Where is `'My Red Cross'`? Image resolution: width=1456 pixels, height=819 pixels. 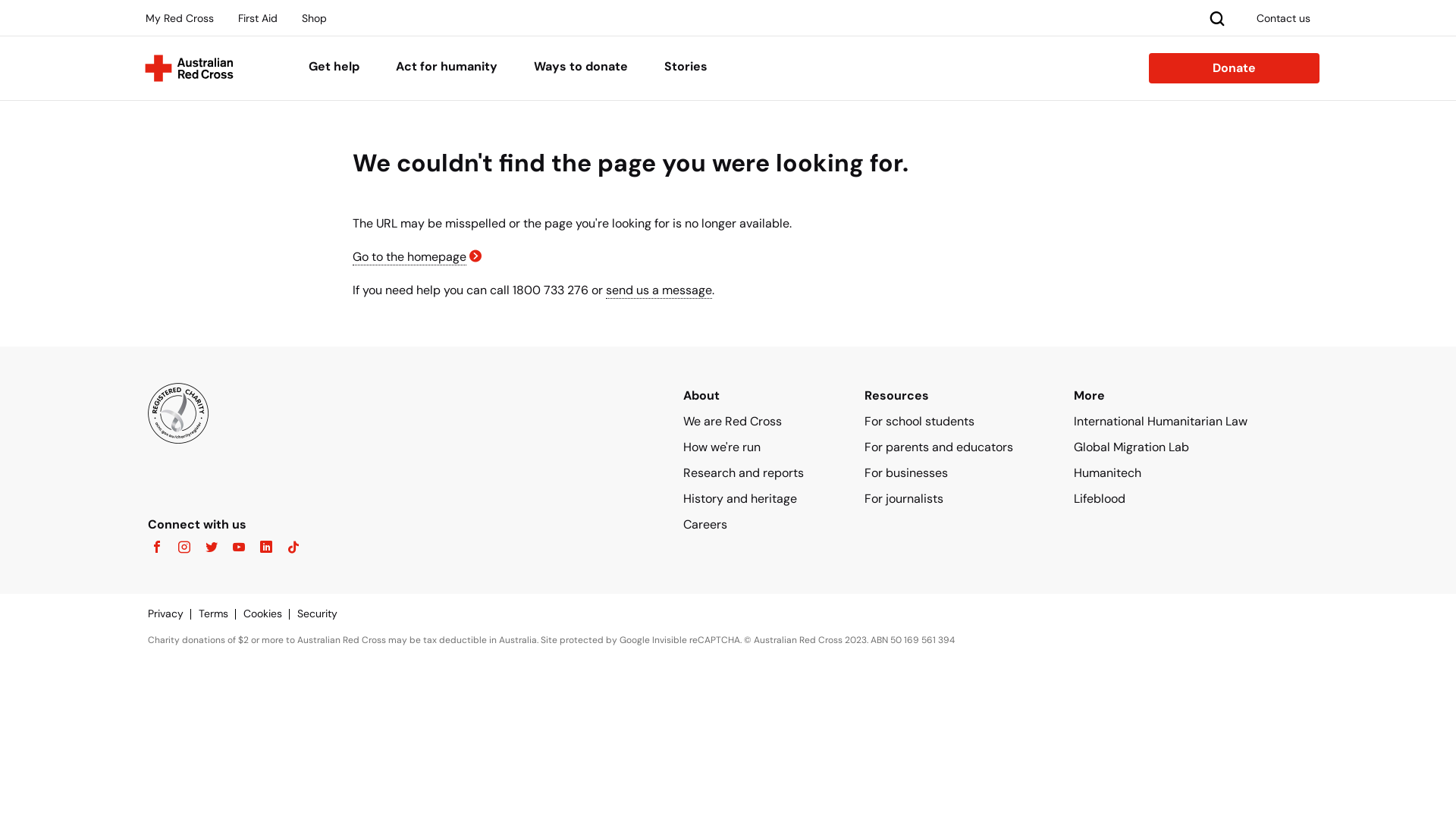
'My Red Cross' is located at coordinates (179, 17).